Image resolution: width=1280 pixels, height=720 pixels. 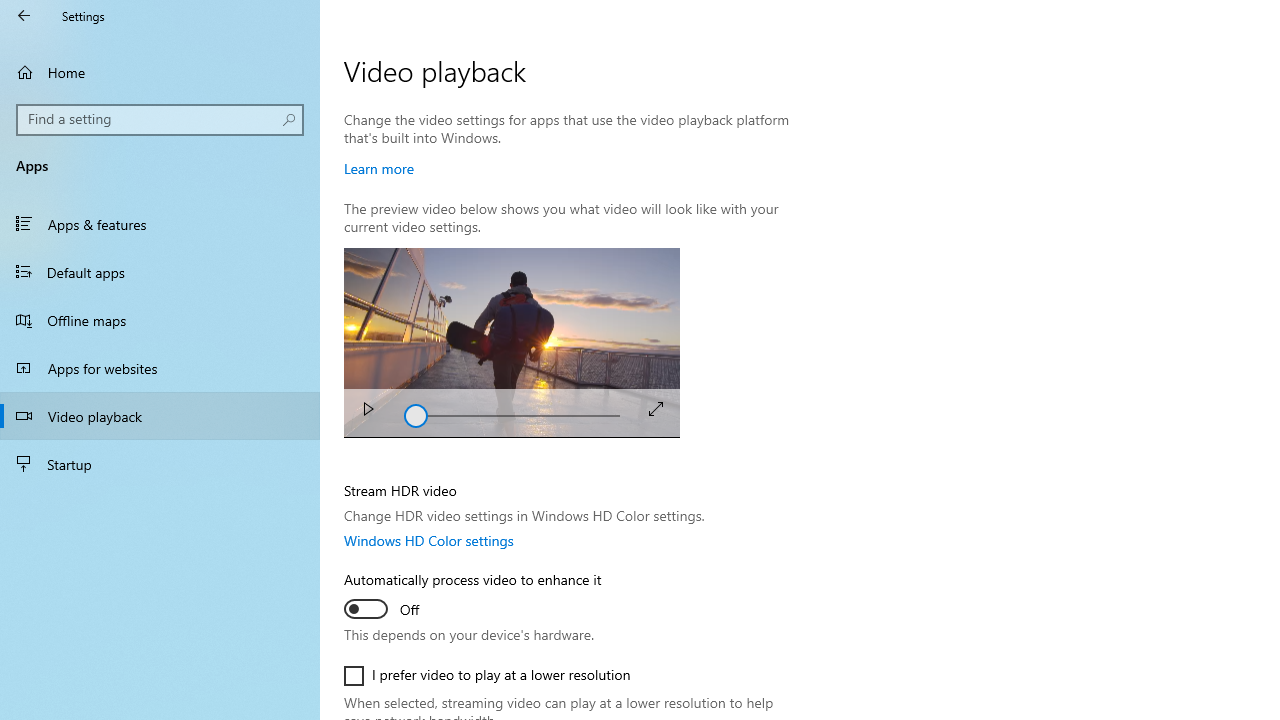 I want to click on 'Seek', so click(x=512, y=412).